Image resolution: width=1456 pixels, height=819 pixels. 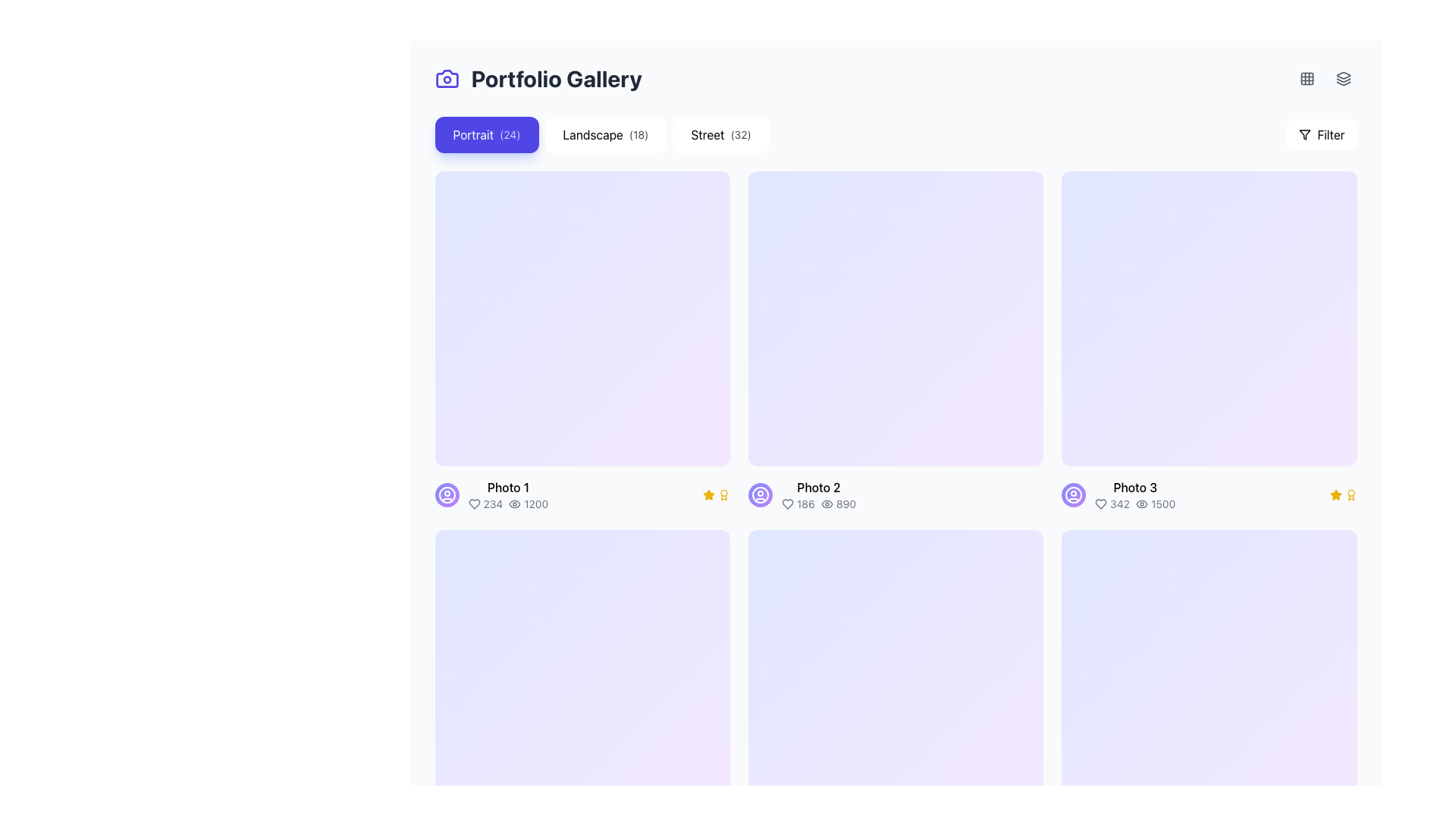 What do you see at coordinates (1330, 133) in the screenshot?
I see `the button that contains the label for activating the filter functionality, located near the upper-right corner of the interface, adjacent to a funnel icon` at bounding box center [1330, 133].